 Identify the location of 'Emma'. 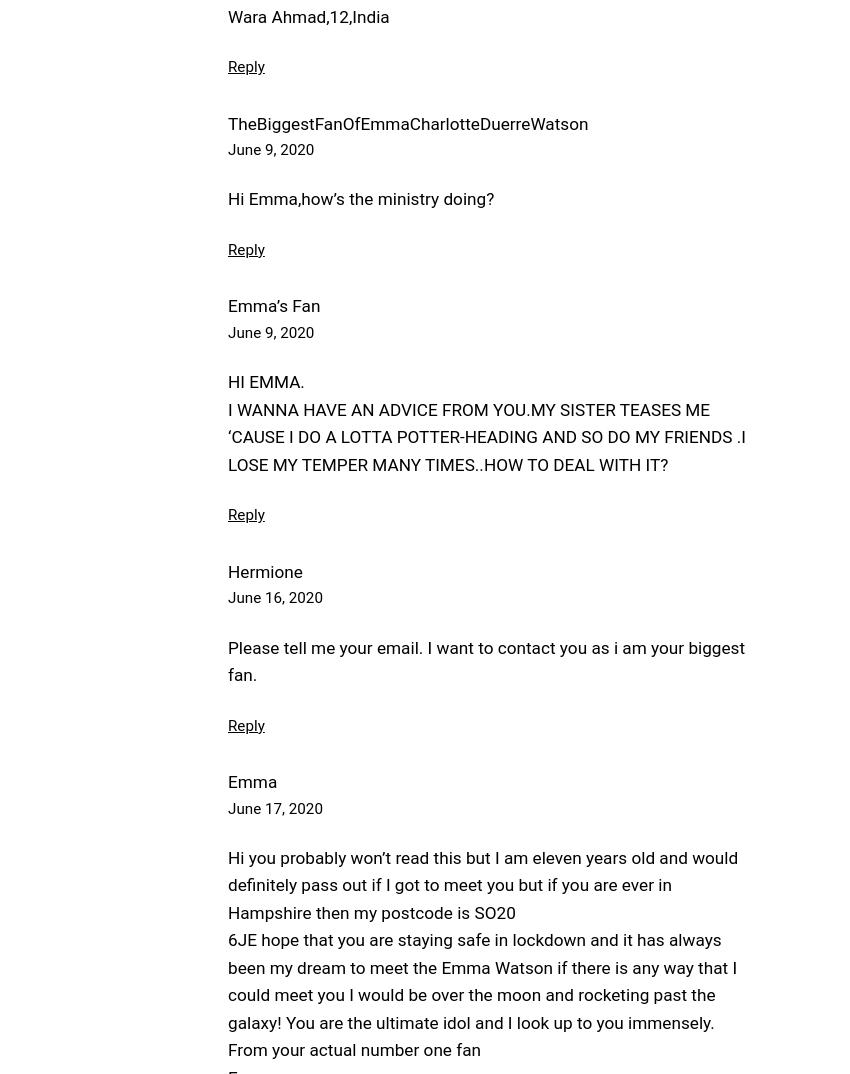
(252, 780).